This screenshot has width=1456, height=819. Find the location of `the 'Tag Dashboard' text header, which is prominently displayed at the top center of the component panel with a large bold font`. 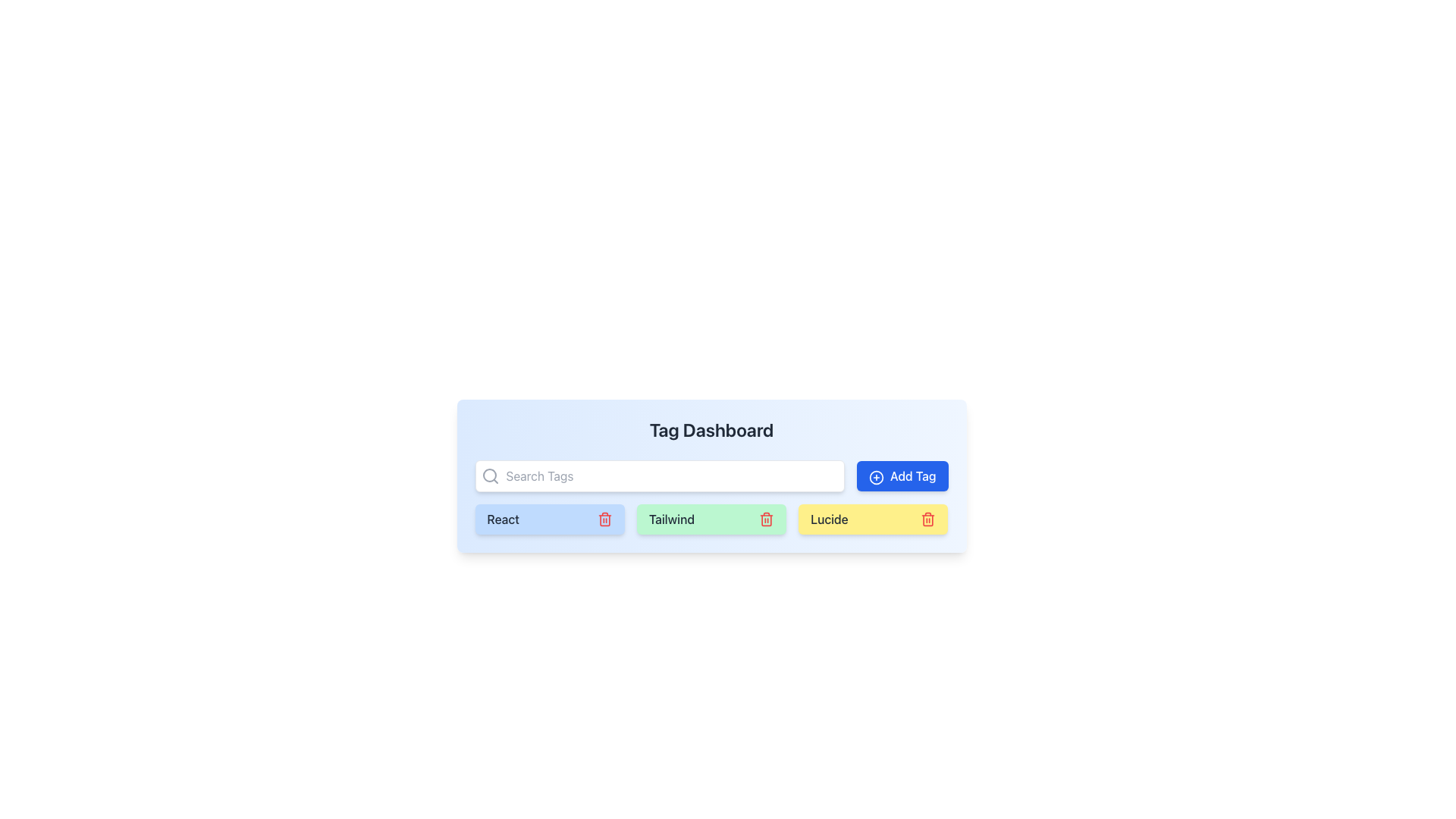

the 'Tag Dashboard' text header, which is prominently displayed at the top center of the component panel with a large bold font is located at coordinates (711, 430).